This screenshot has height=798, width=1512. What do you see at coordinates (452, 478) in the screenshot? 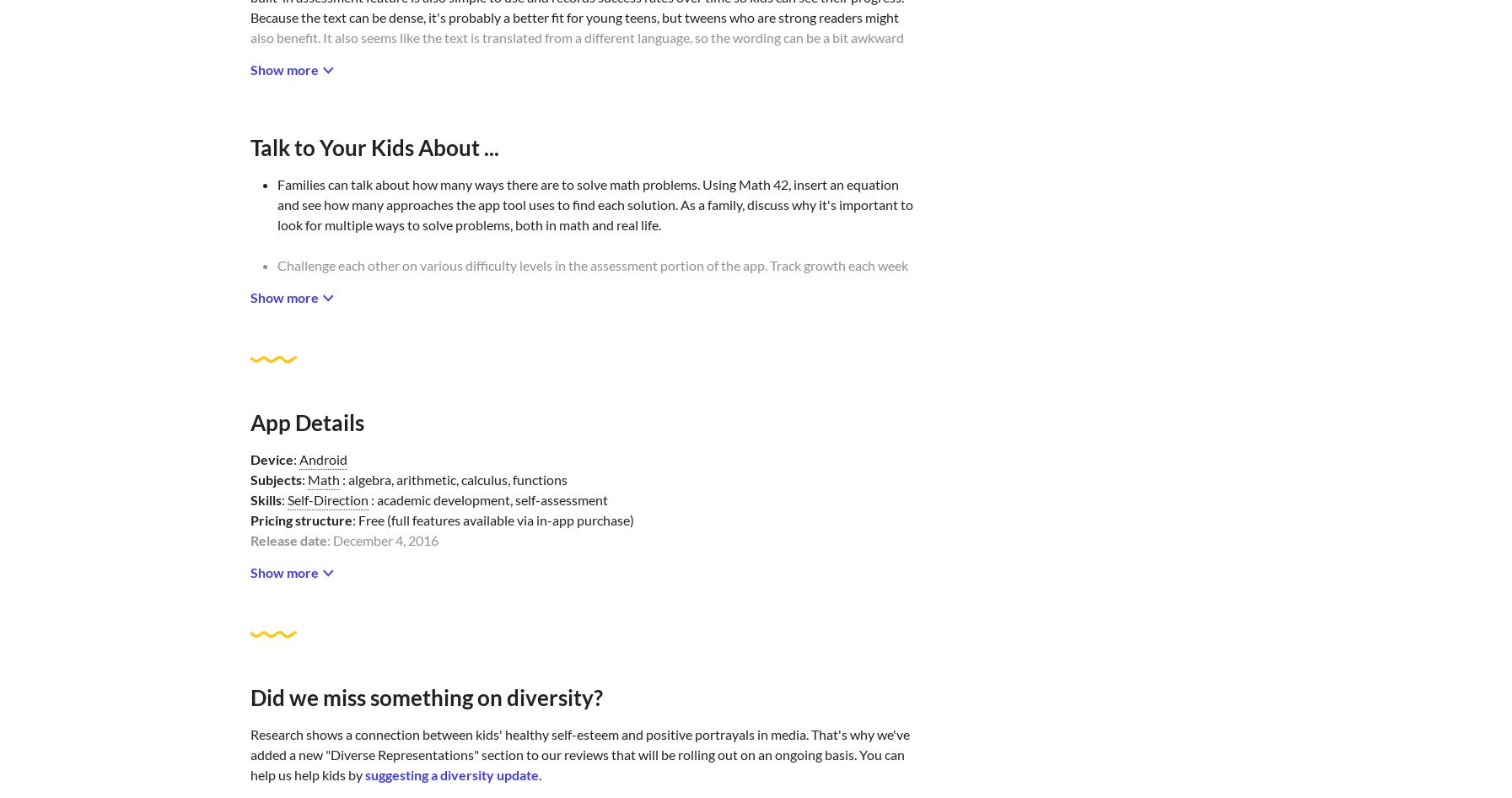
I see `':
  

                    
    algebra, 
  

                    
    arithmetic, 
  

                    
    calculus, 
  

                    
    functions'` at bounding box center [452, 478].